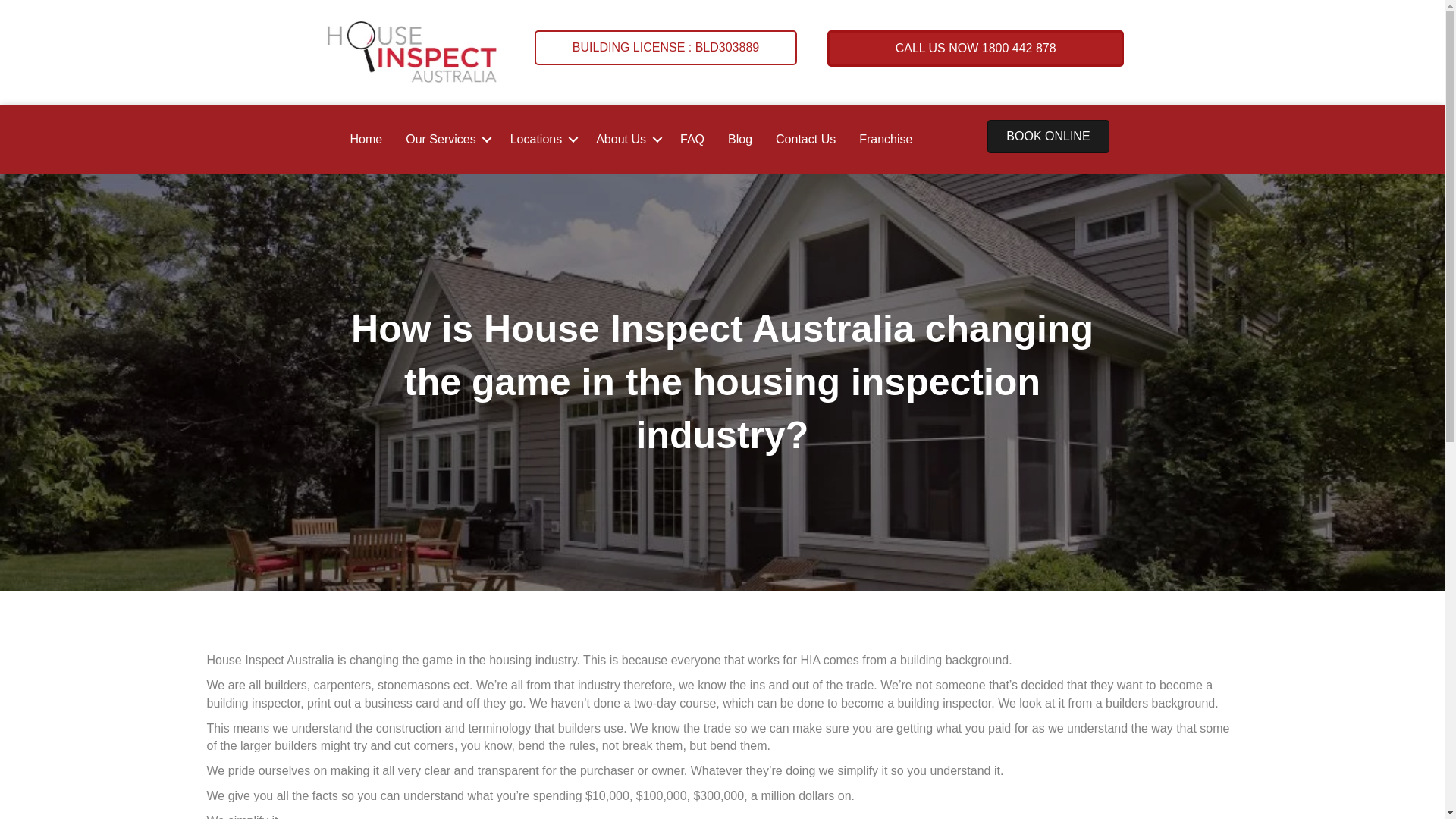 The height and width of the screenshot is (819, 1456). I want to click on 'BUILDING LICENSE : BLD303889', so click(666, 46).